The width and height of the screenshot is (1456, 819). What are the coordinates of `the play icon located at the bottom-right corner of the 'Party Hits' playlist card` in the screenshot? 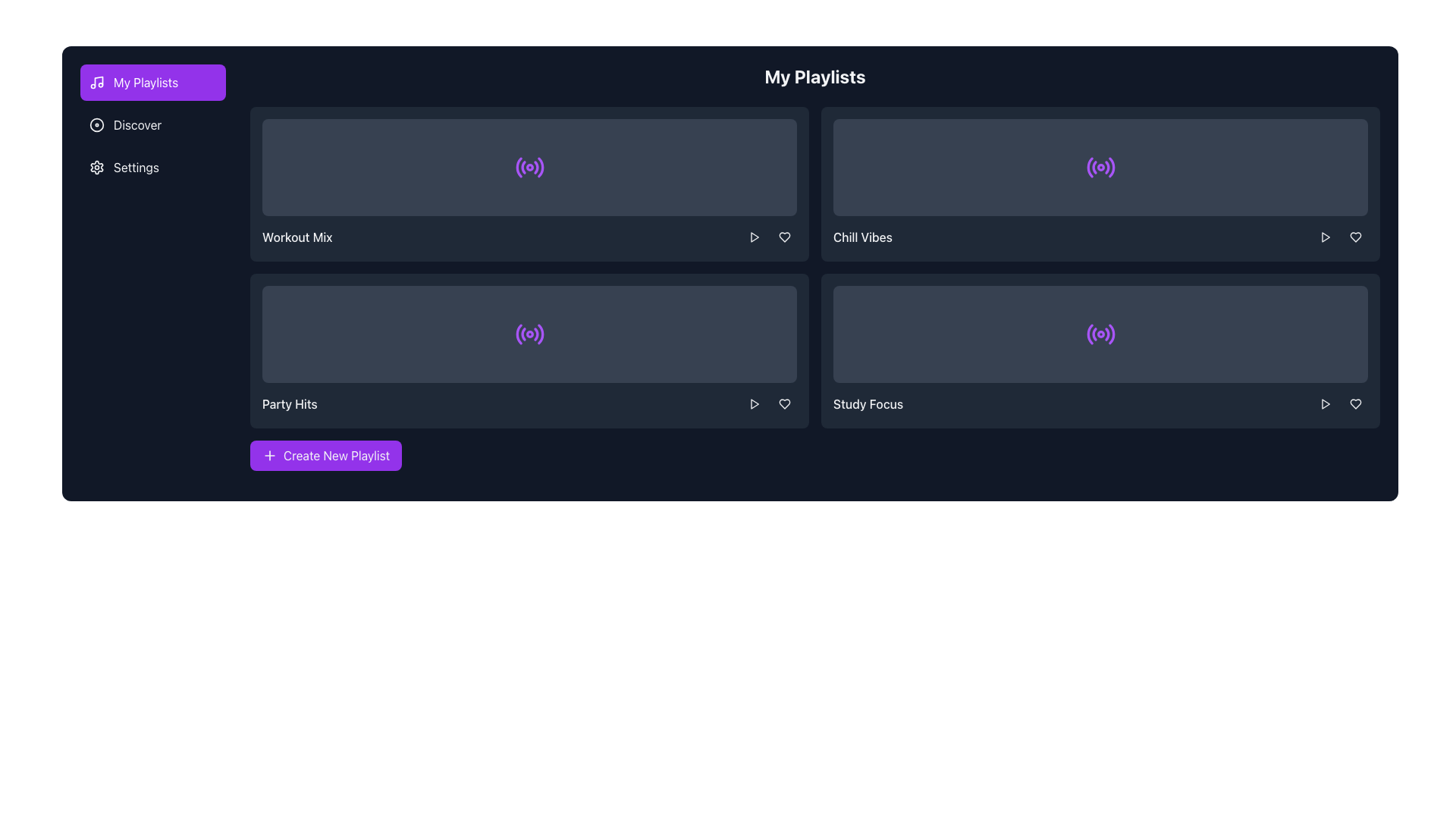 It's located at (755, 403).